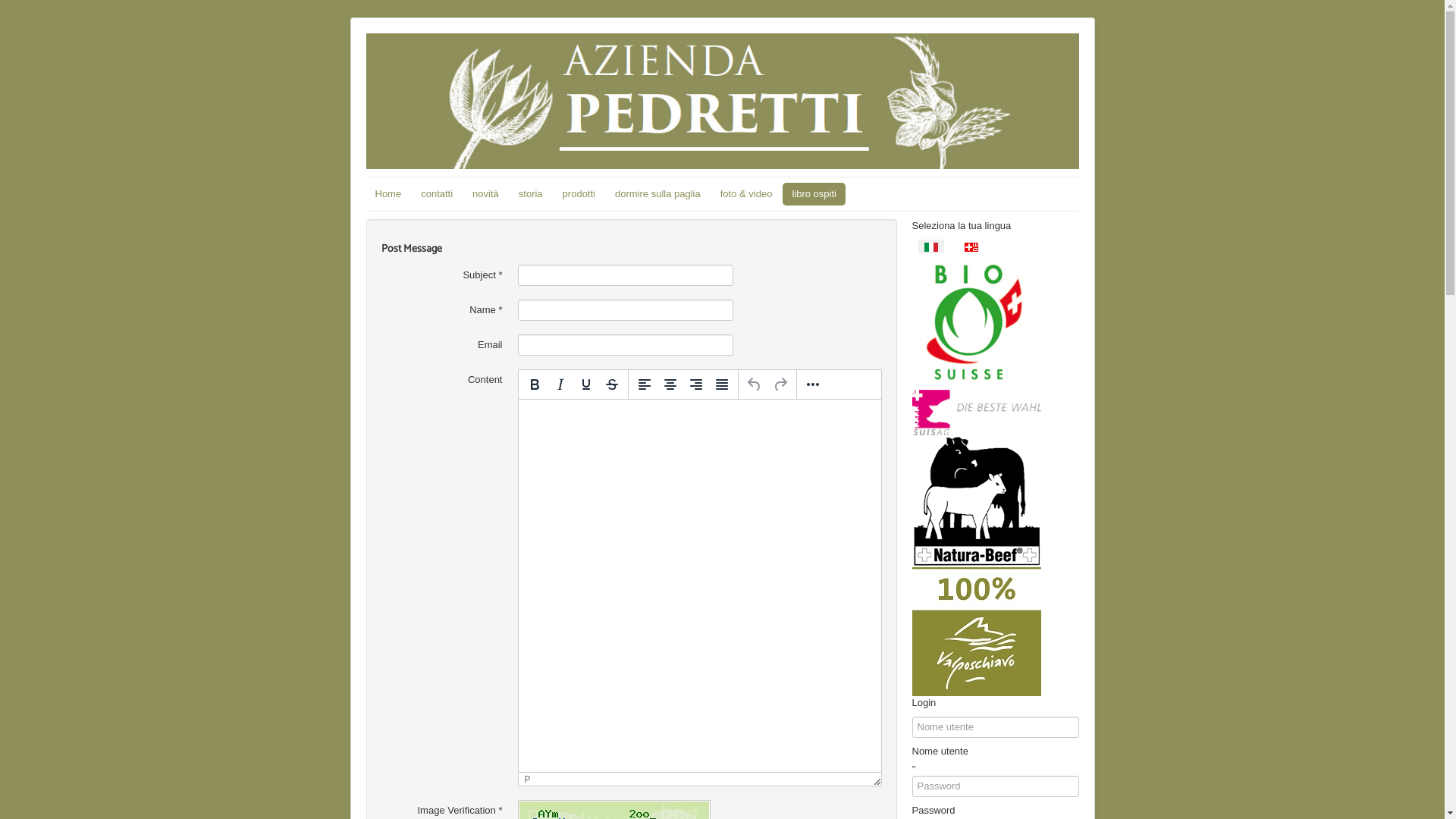 Image resolution: width=1456 pixels, height=819 pixels. I want to click on 'contatti', so click(436, 193).